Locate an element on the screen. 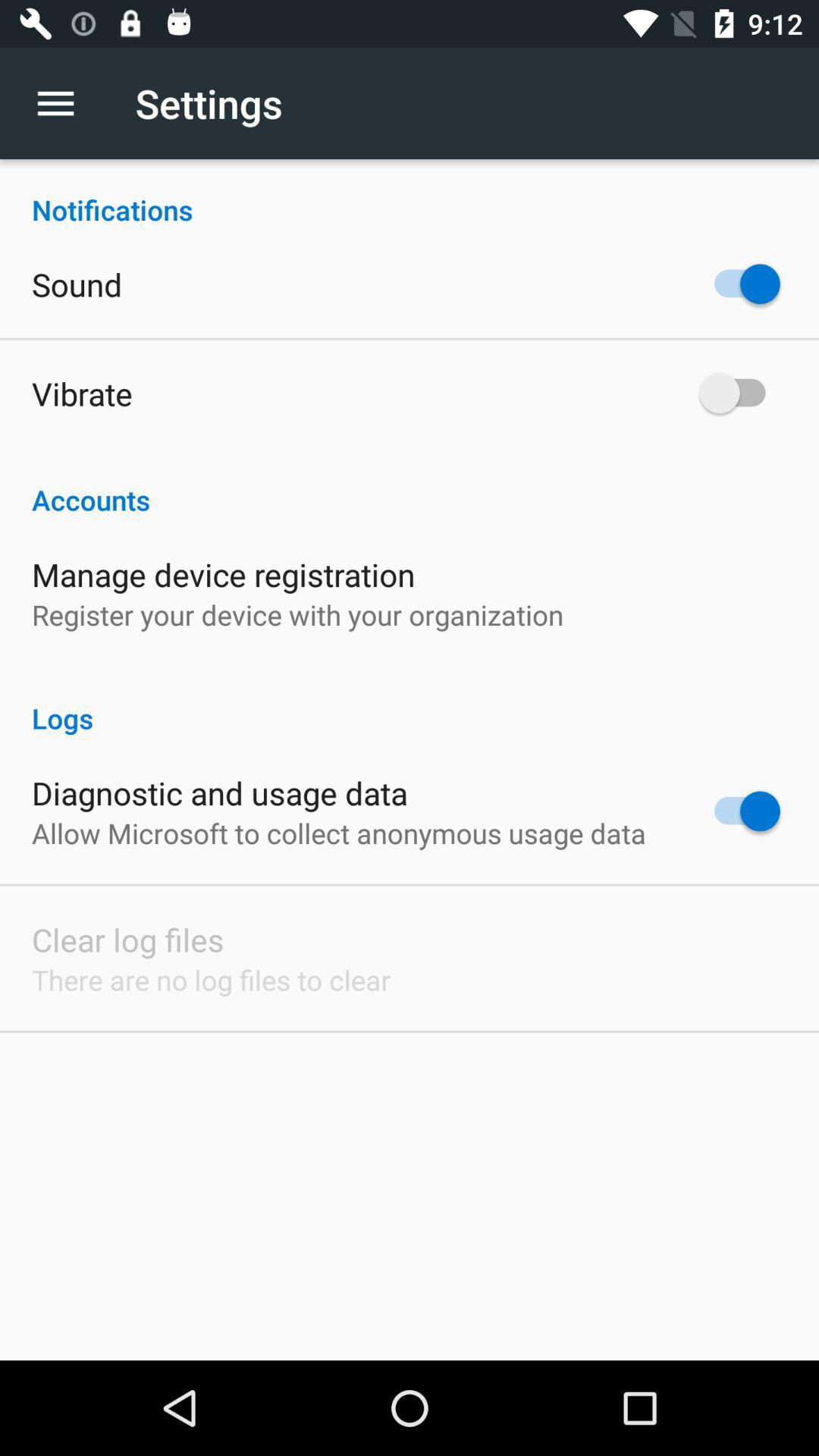 The width and height of the screenshot is (819, 1456). icon above logs icon is located at coordinates (297, 614).